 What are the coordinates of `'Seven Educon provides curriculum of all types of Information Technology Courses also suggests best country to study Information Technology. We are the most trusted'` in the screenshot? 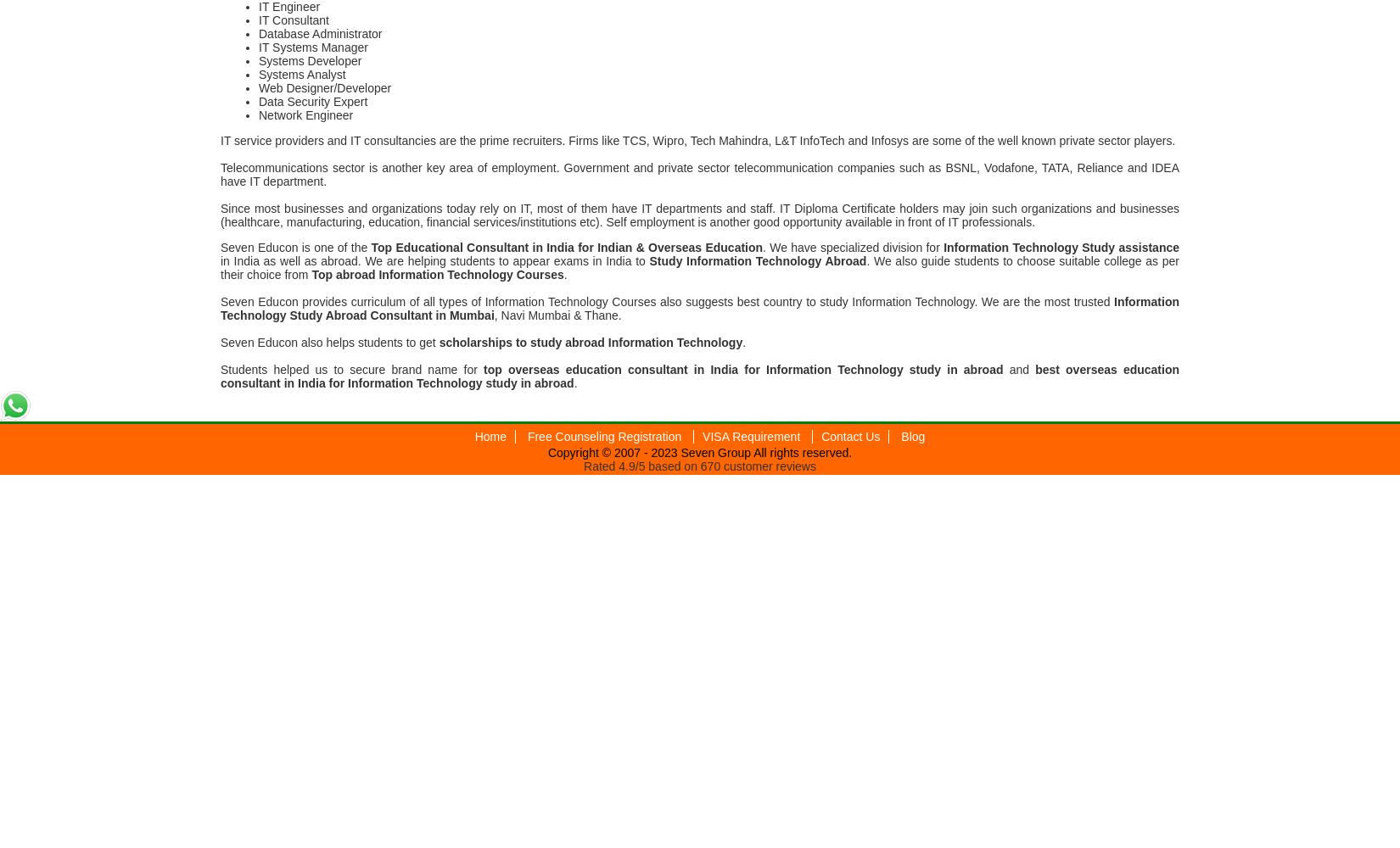 It's located at (221, 300).